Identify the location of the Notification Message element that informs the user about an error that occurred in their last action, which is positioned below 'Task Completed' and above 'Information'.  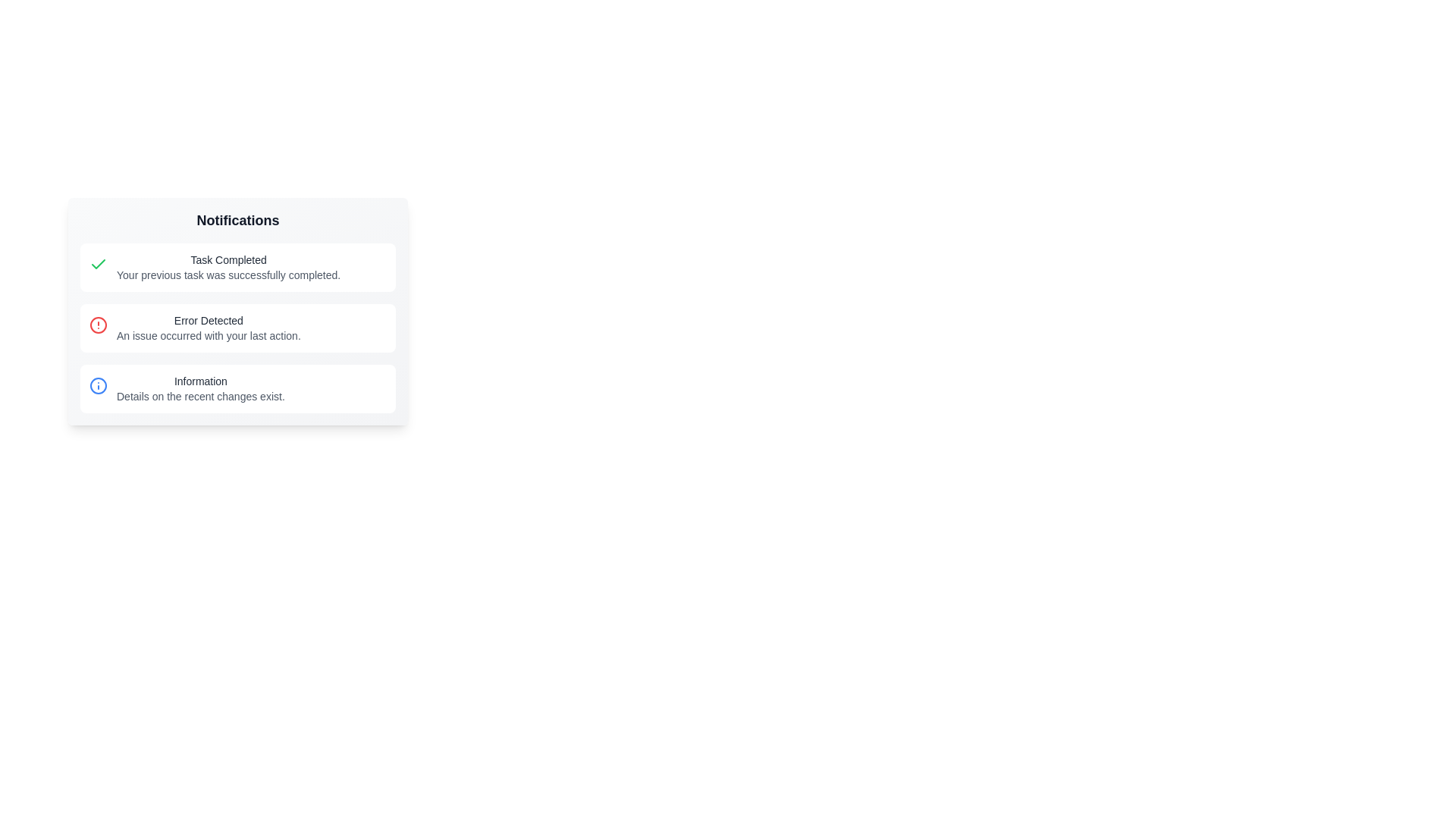
(208, 327).